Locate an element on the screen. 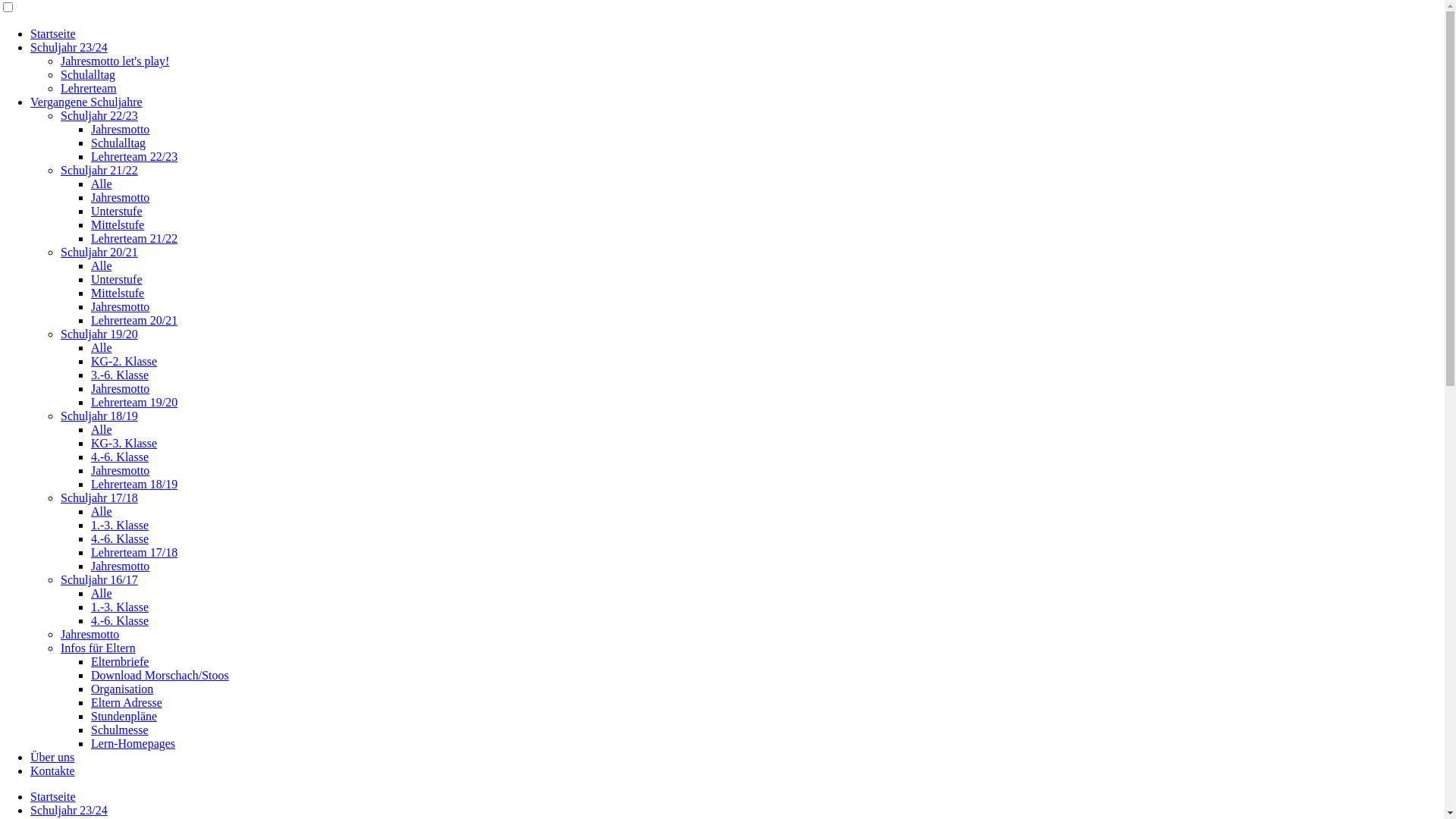 The width and height of the screenshot is (1456, 819). 'KG-3. Klasse' is located at coordinates (90, 443).